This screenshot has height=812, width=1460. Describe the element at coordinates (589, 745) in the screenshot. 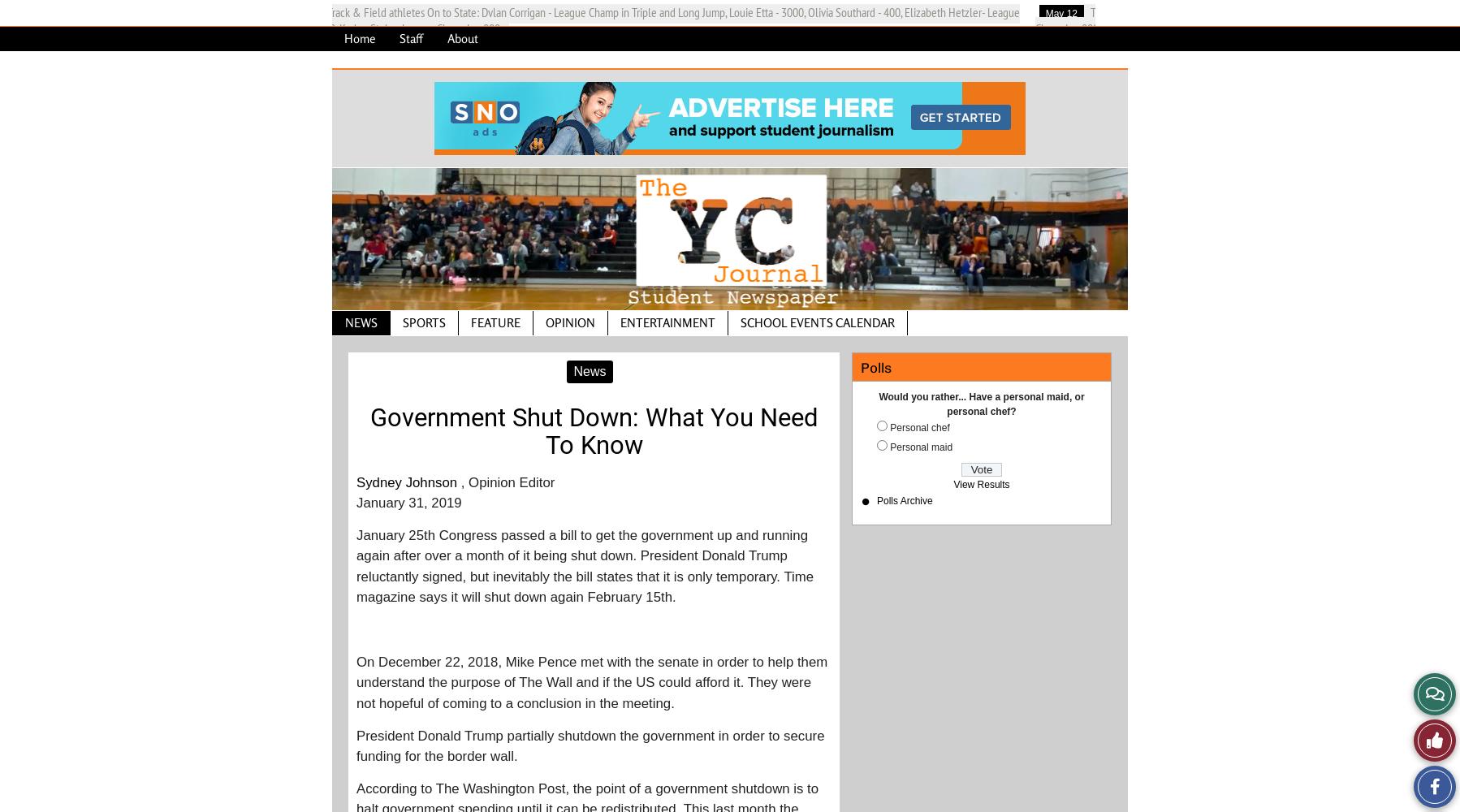

I see `'President Donald Trump partially shutdown the government in order to secure funding for the border wall.'` at that location.